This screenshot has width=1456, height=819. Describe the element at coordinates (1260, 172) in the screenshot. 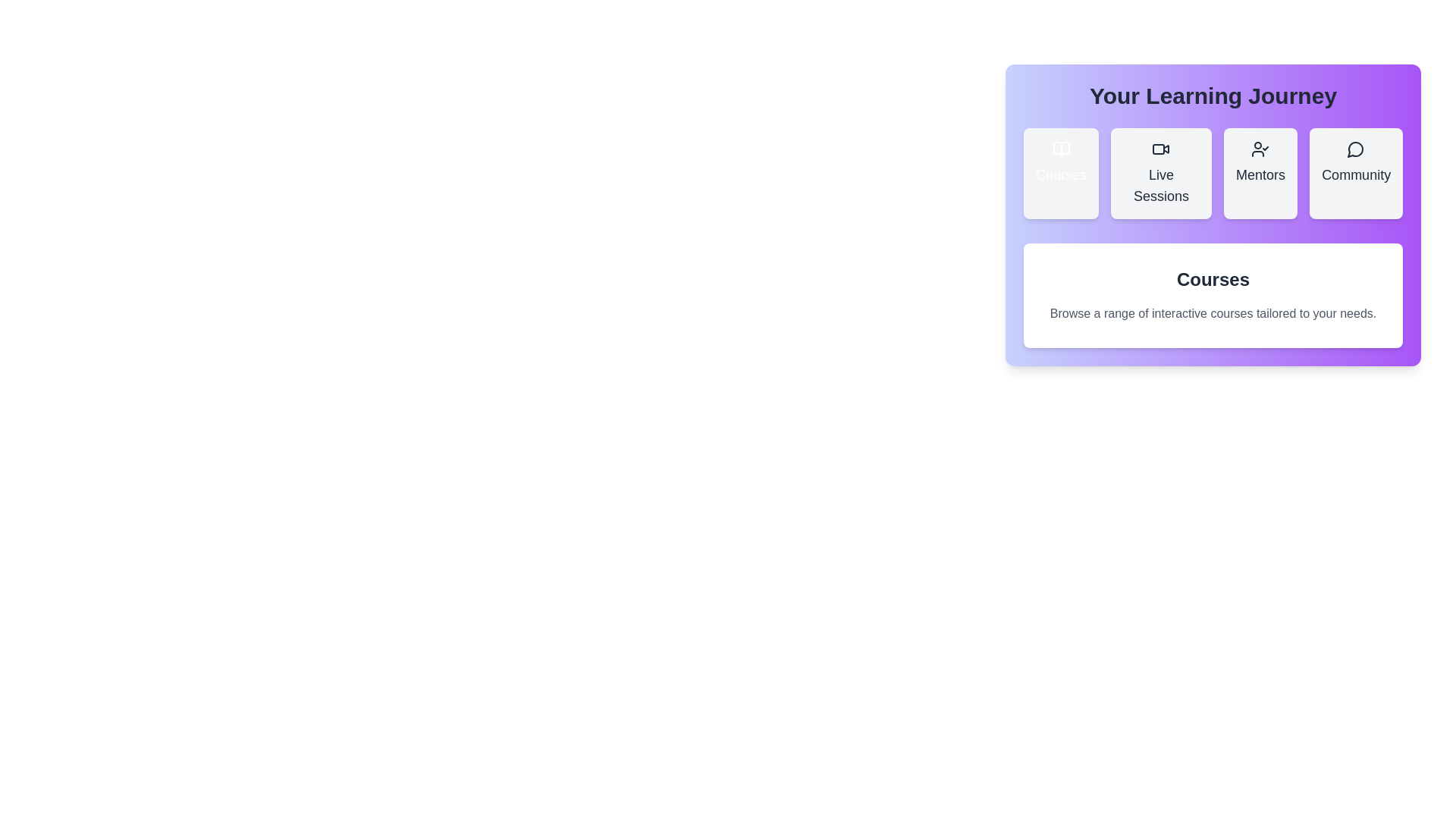

I see `the tab with title Mentors to inspect its icon and title` at that location.